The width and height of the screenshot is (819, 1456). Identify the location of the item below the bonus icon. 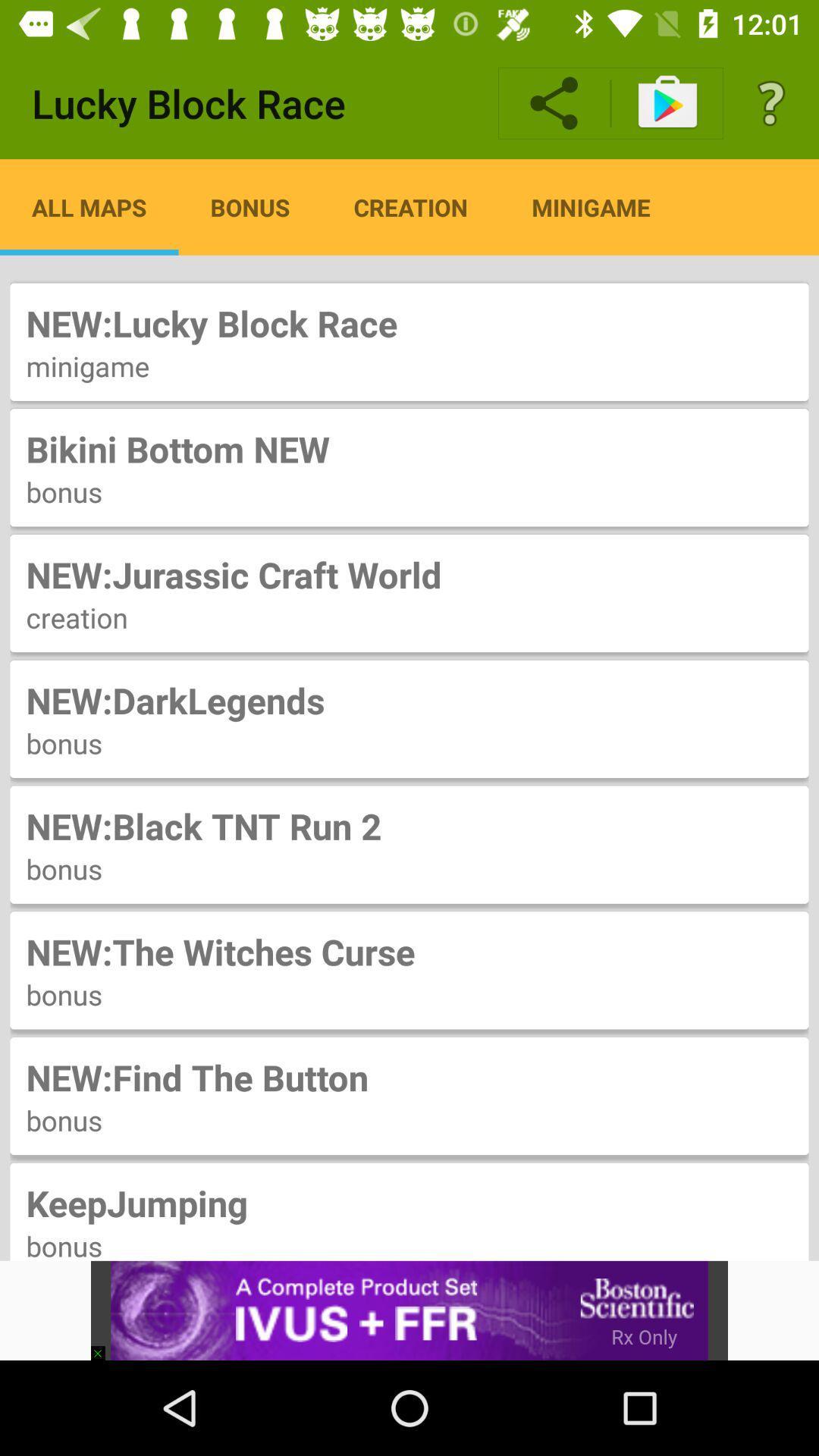
(409, 1202).